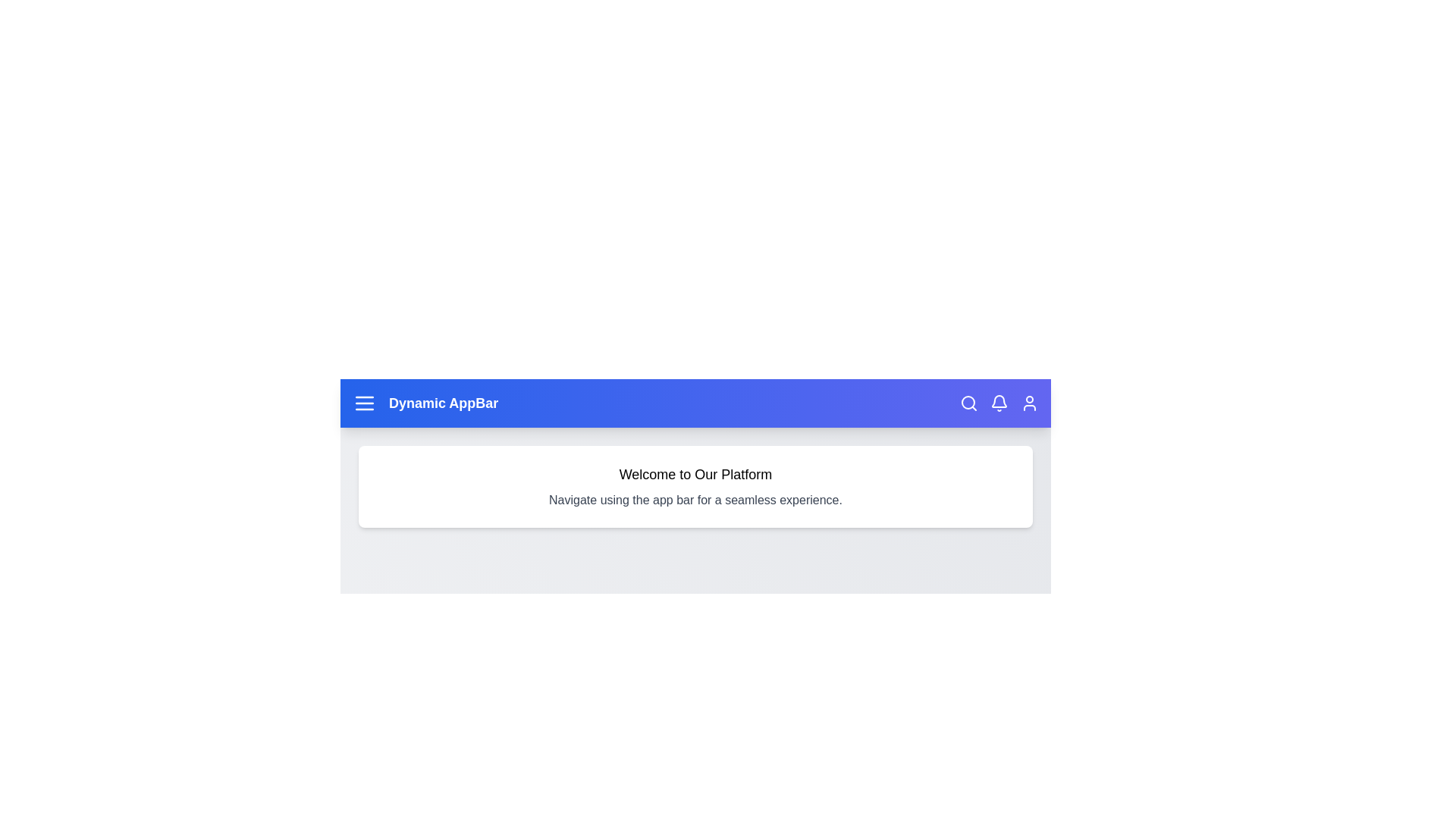 The image size is (1456, 819). What do you see at coordinates (364, 403) in the screenshot?
I see `the menu icon to toggle the menu` at bounding box center [364, 403].